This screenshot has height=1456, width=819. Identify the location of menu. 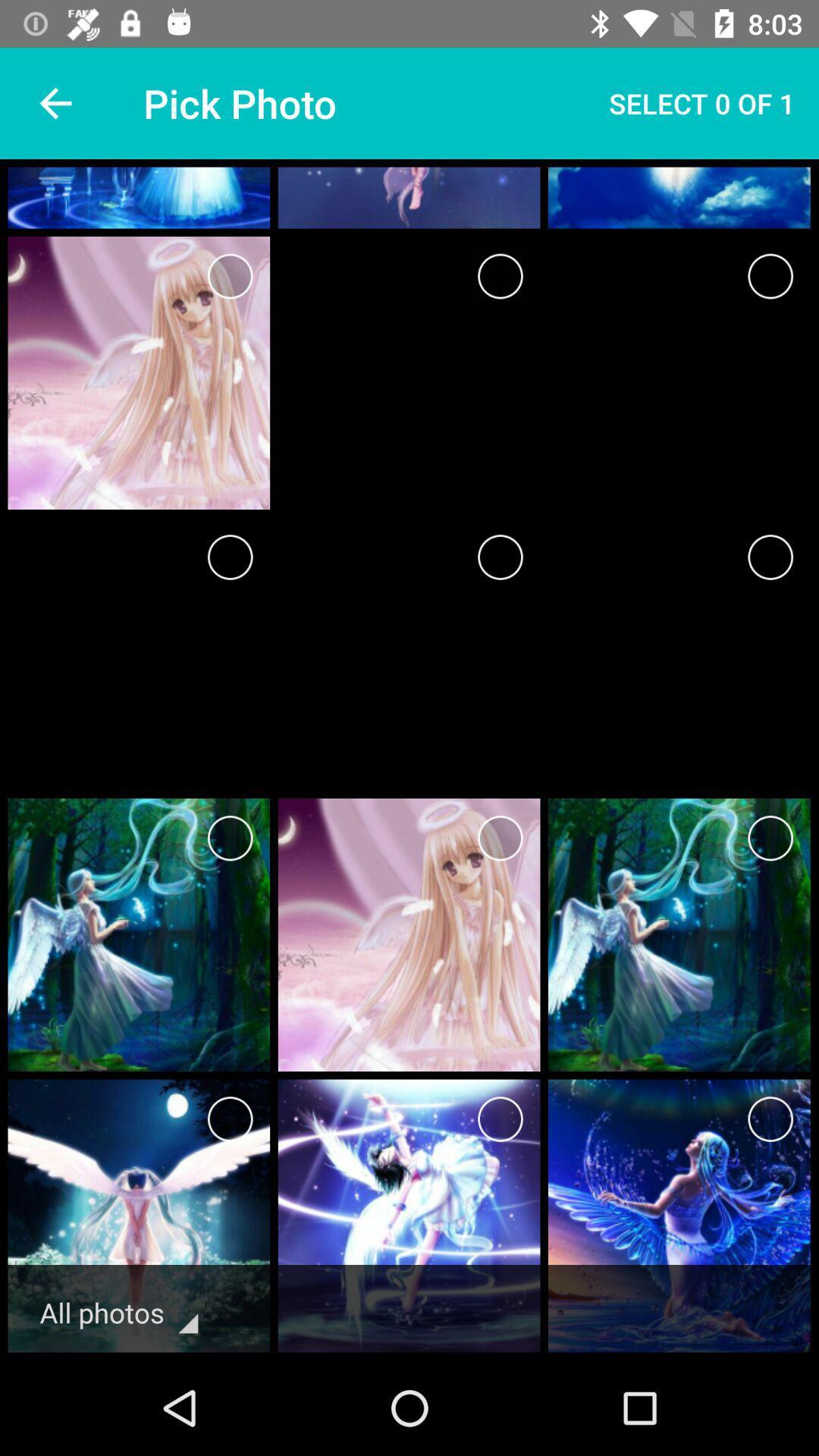
(500, 1119).